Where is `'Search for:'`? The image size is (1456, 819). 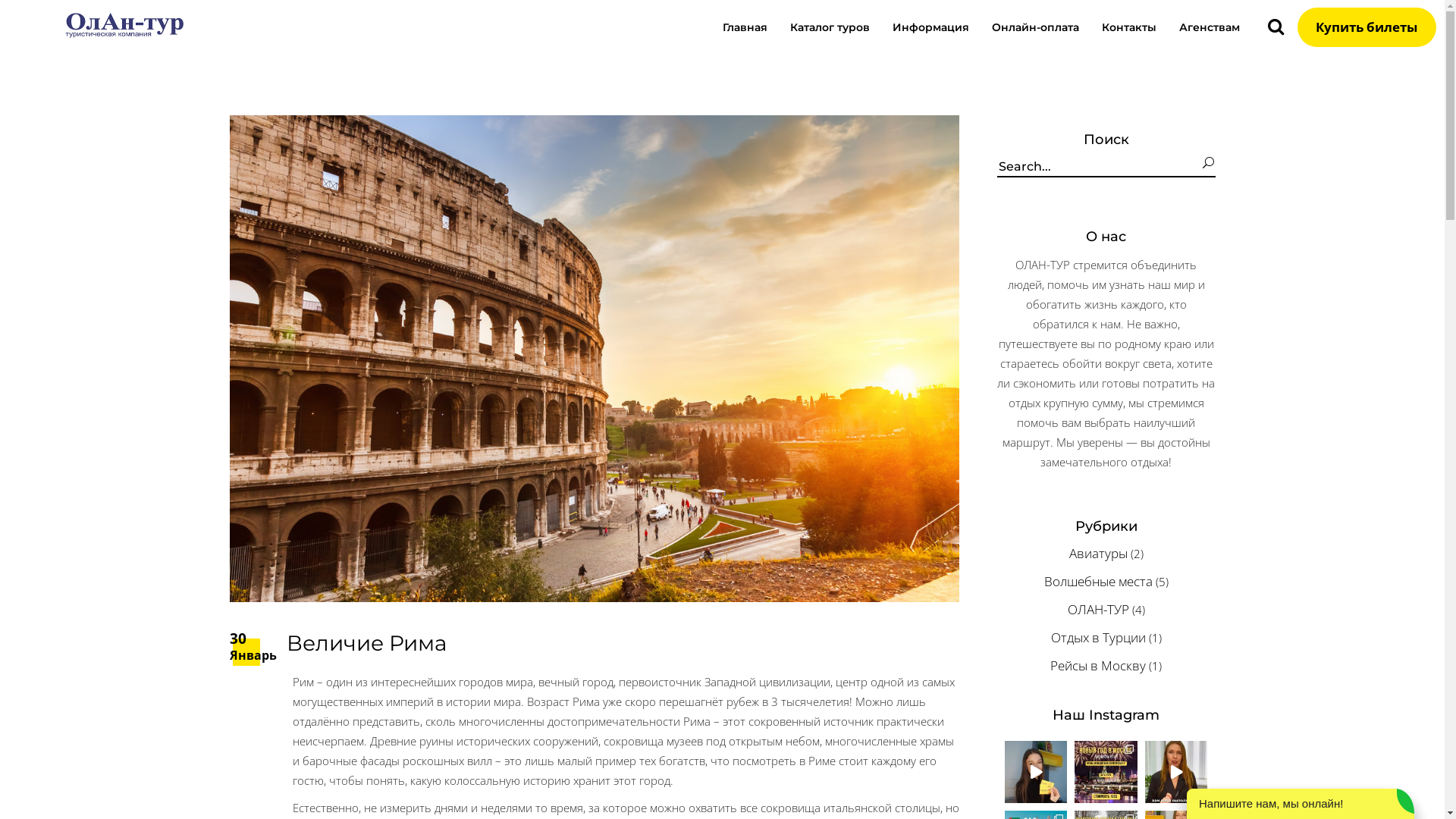
'Search for:' is located at coordinates (1100, 166).